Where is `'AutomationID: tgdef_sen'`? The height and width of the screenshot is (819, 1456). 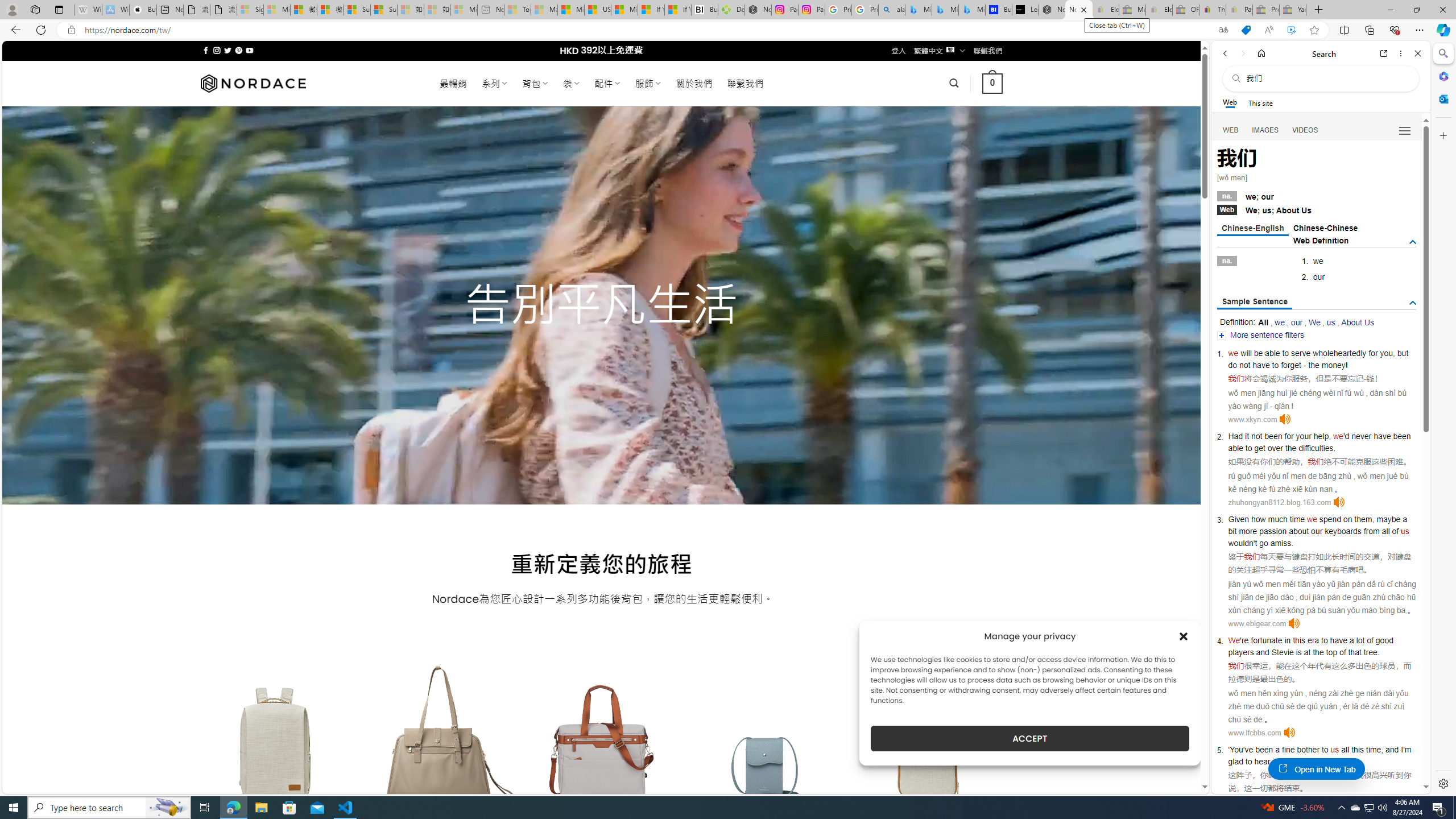
'AutomationID: tgdef_sen' is located at coordinates (1412, 303).